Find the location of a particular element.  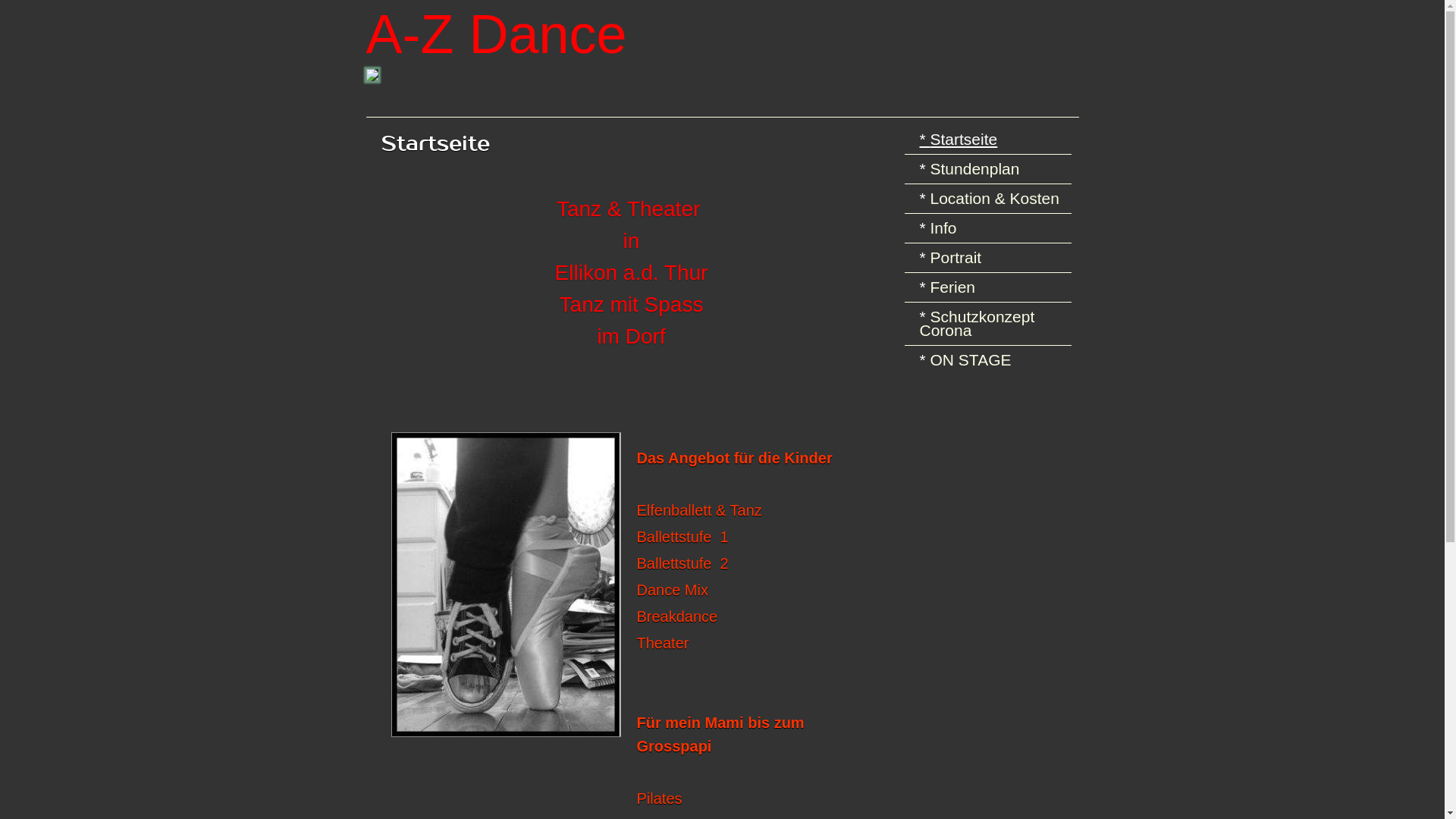

'Ferien' is located at coordinates (990, 287).